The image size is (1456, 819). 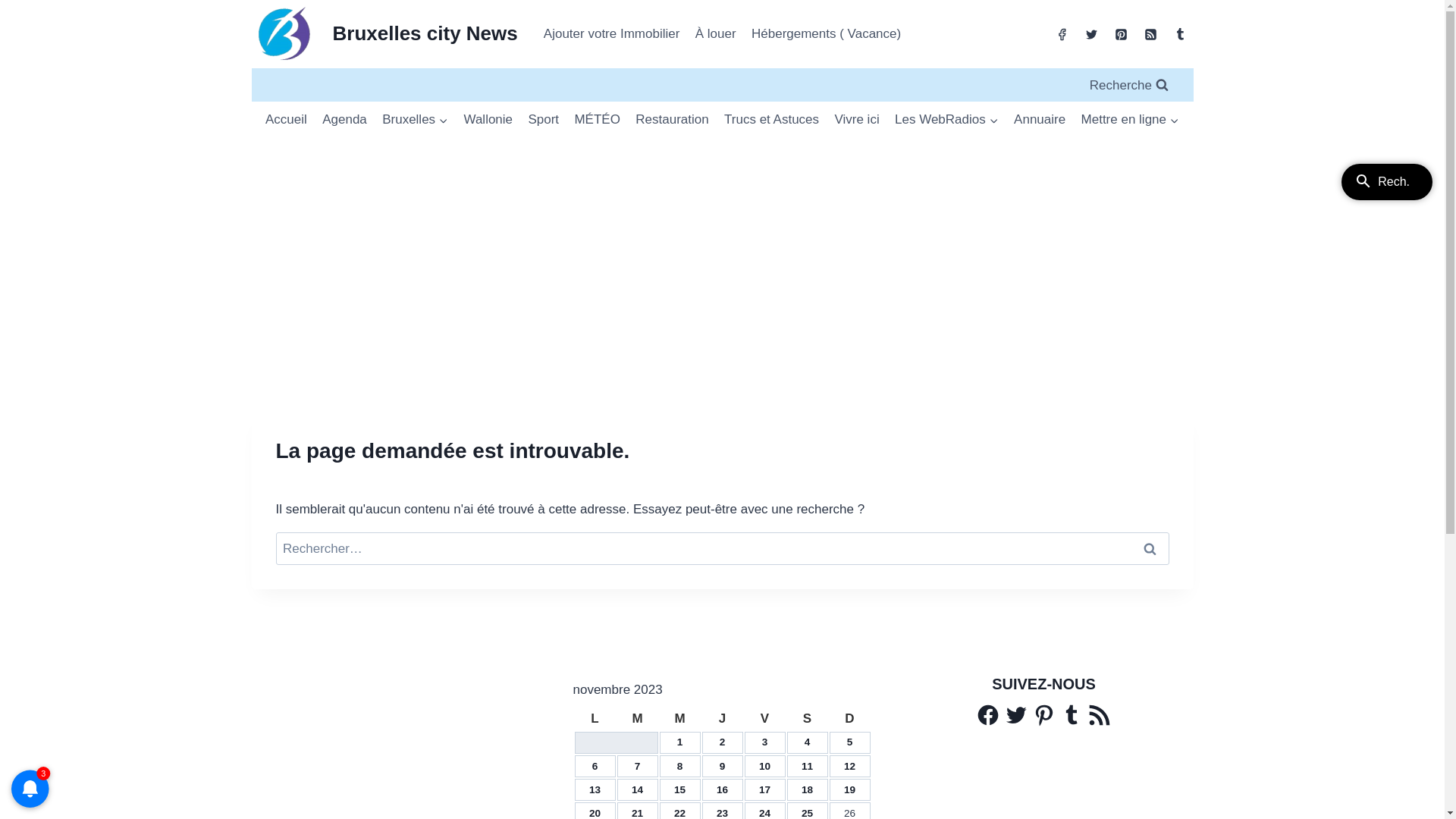 What do you see at coordinates (716, 119) in the screenshot?
I see `'Trucs et Astuces'` at bounding box center [716, 119].